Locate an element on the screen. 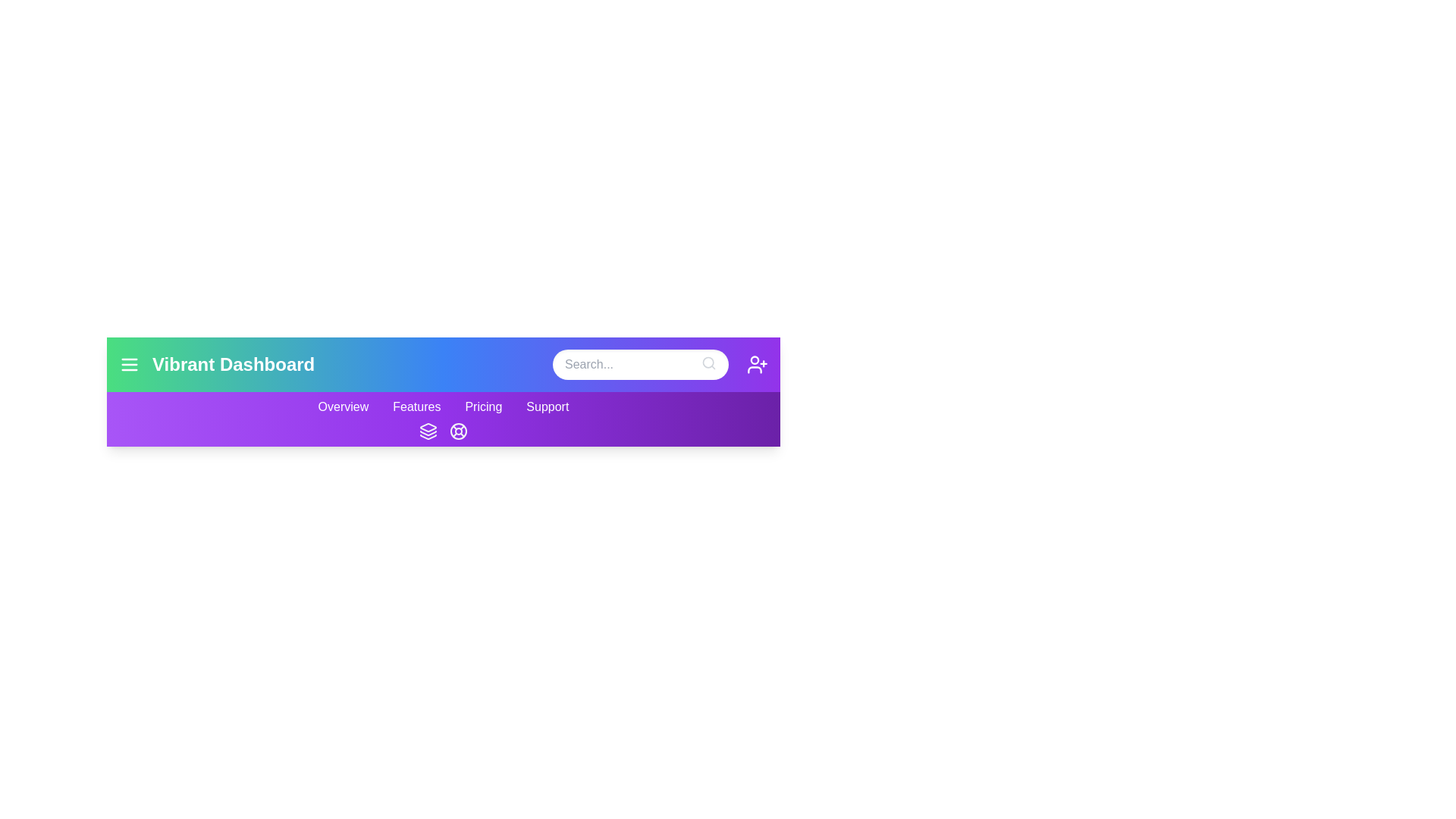 The image size is (1456, 819). the 'Support' link in the navigation bar is located at coordinates (546, 406).